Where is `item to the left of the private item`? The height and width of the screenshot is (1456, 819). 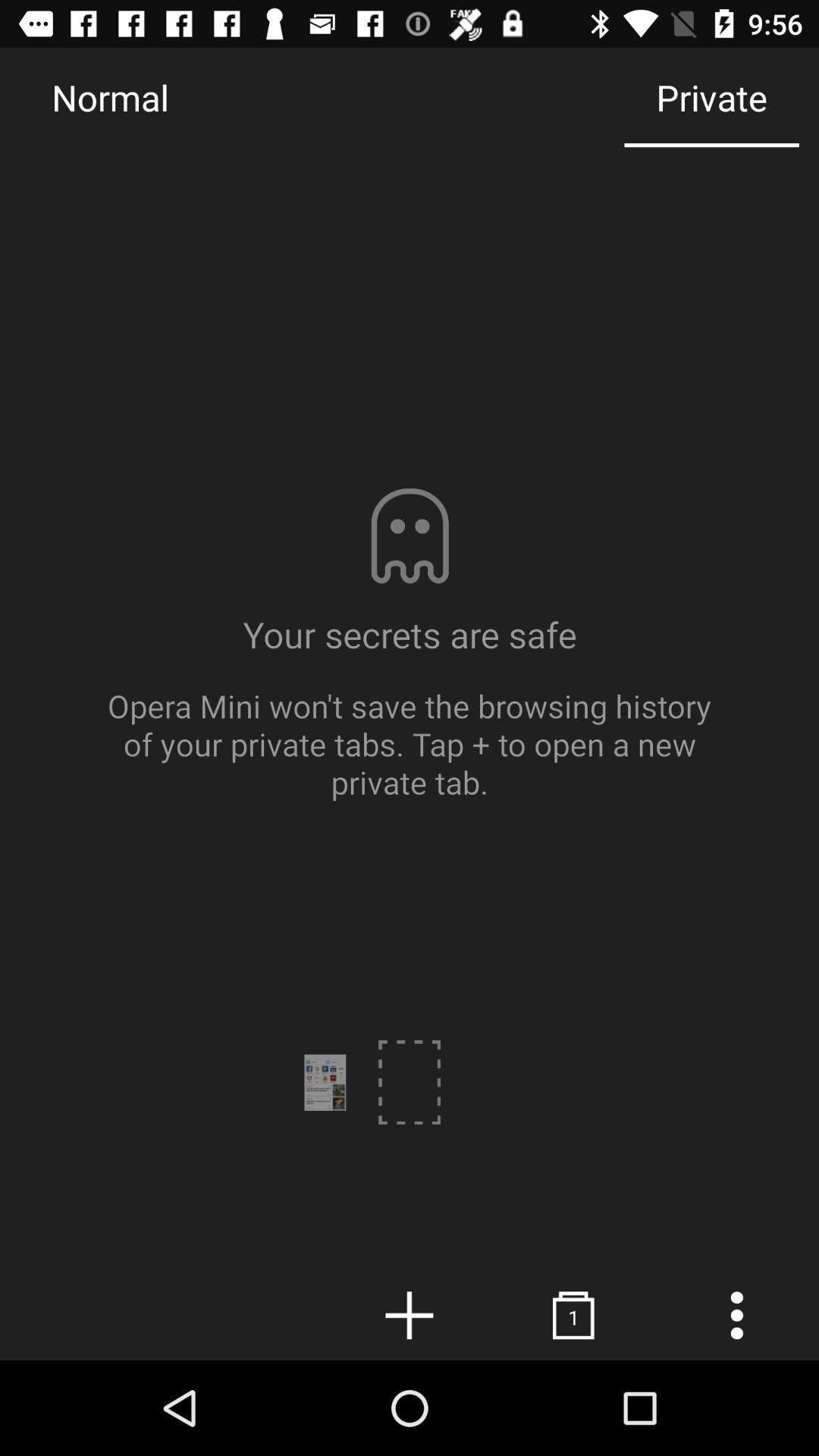 item to the left of the private item is located at coordinates (109, 96).